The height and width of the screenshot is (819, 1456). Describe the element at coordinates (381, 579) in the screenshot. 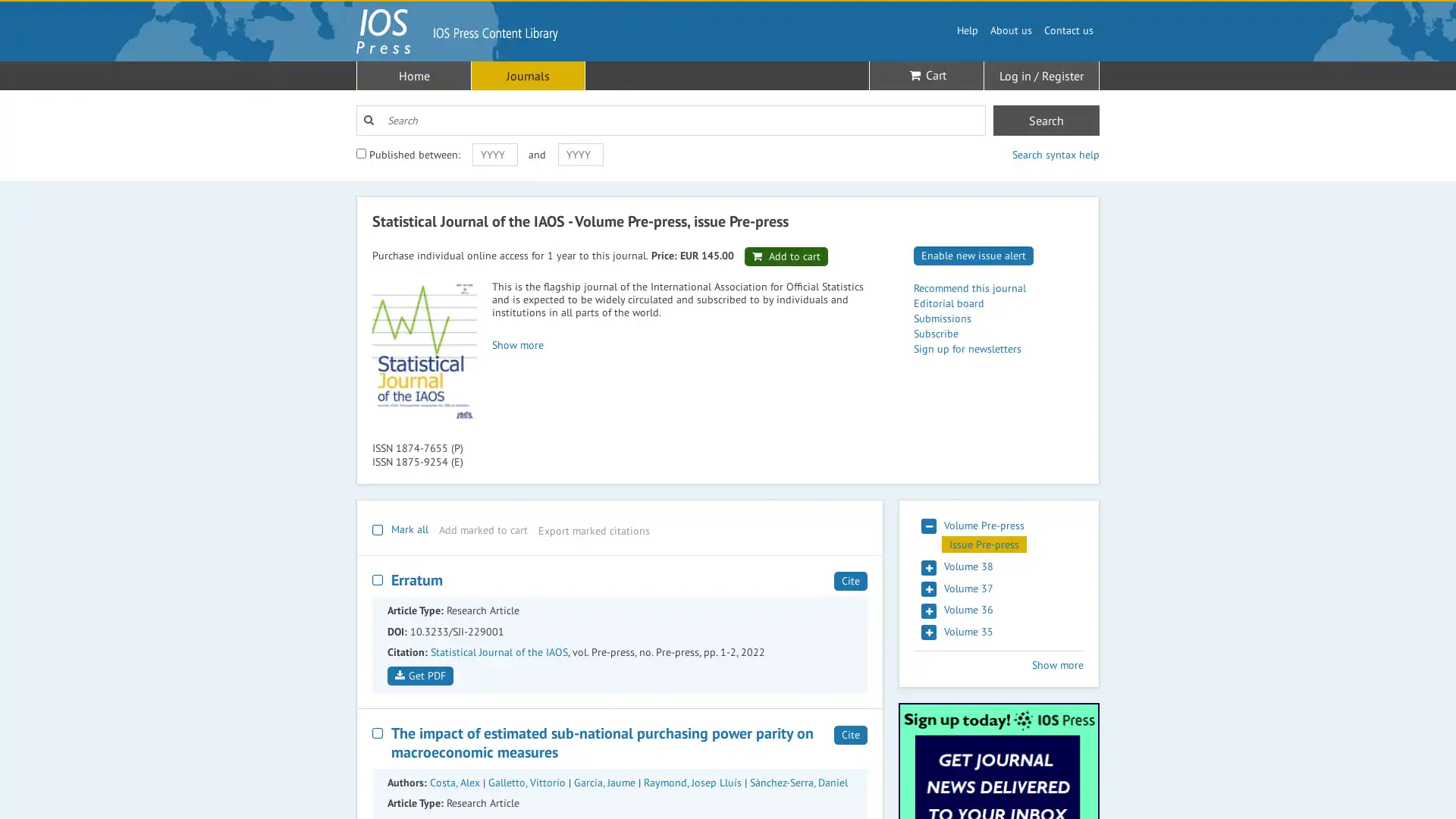

I see `Select this result for bulk action` at that location.